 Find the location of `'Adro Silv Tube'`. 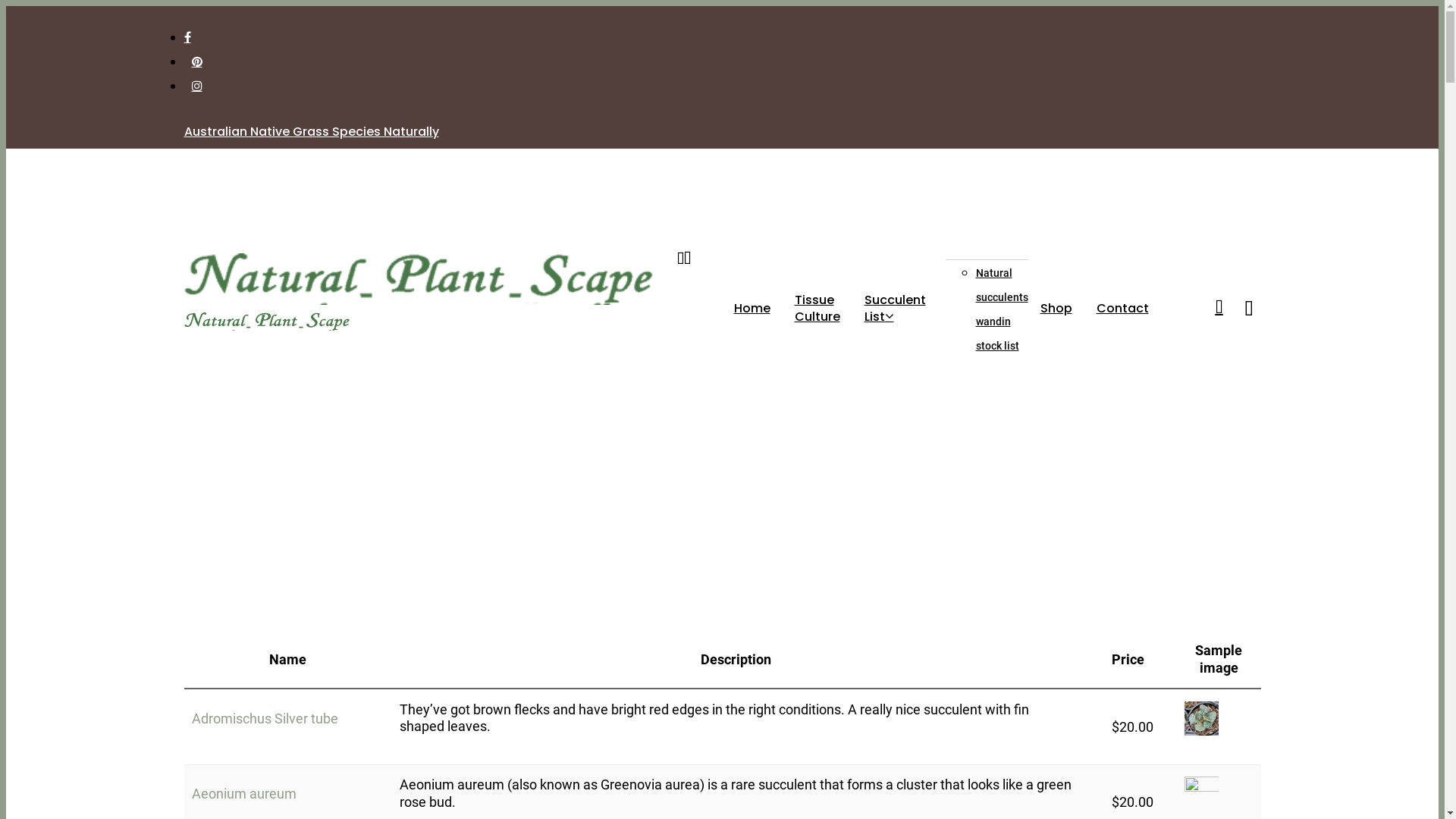

'Adro Silv Tube' is located at coordinates (1183, 717).